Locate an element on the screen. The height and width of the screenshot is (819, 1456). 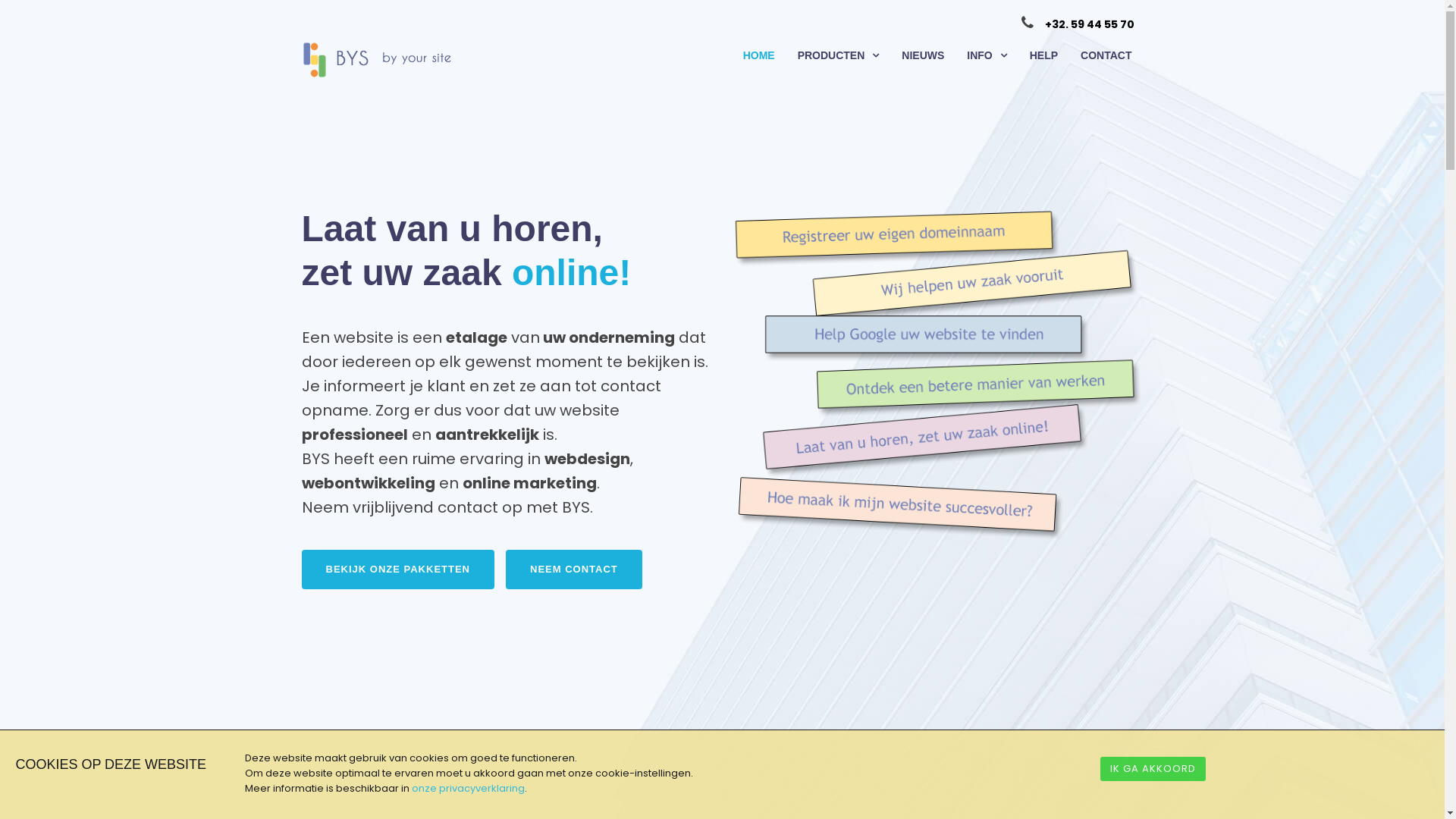
'INFO' is located at coordinates (986, 55).